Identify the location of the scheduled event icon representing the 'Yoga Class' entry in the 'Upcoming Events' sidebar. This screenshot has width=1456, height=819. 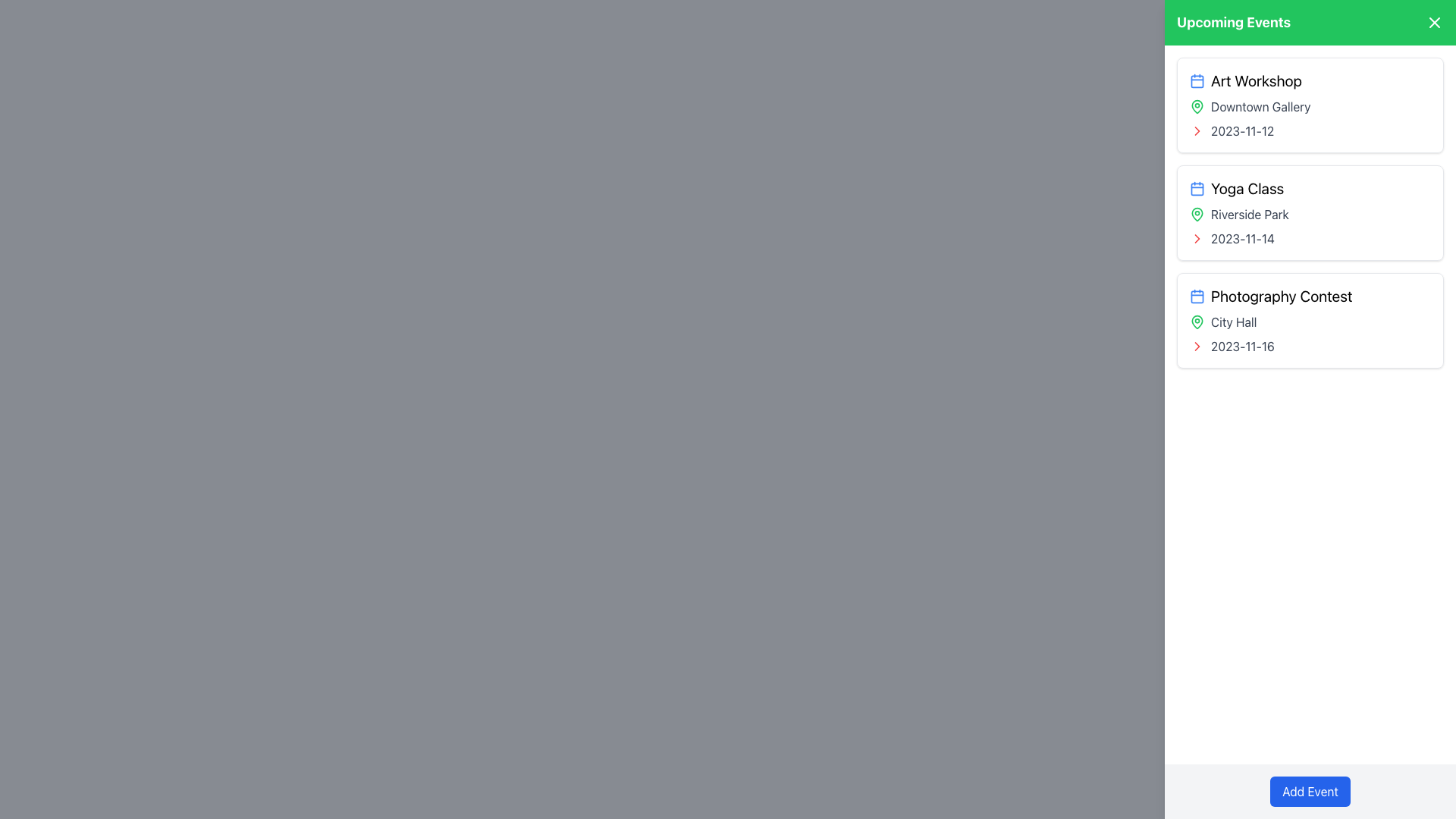
(1197, 188).